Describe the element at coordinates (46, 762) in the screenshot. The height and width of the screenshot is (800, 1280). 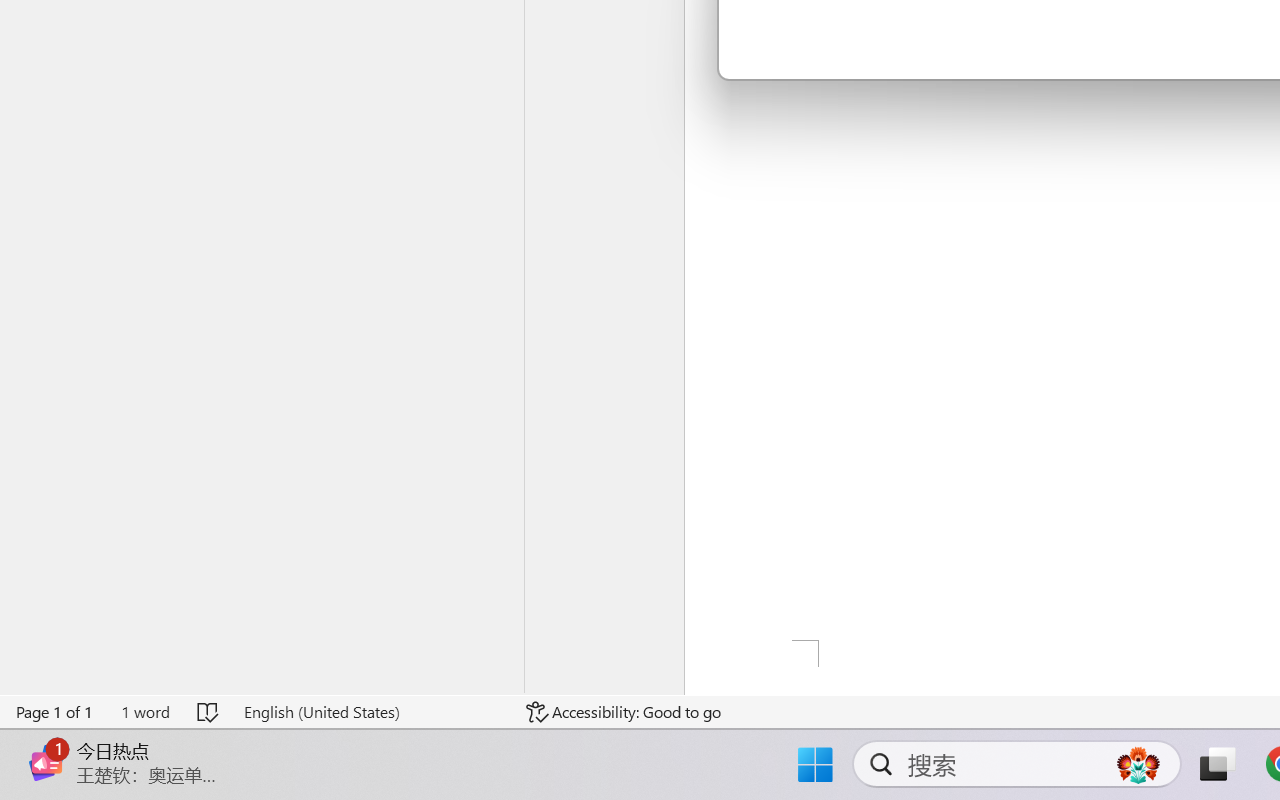
I see `'Class: Image'` at that location.